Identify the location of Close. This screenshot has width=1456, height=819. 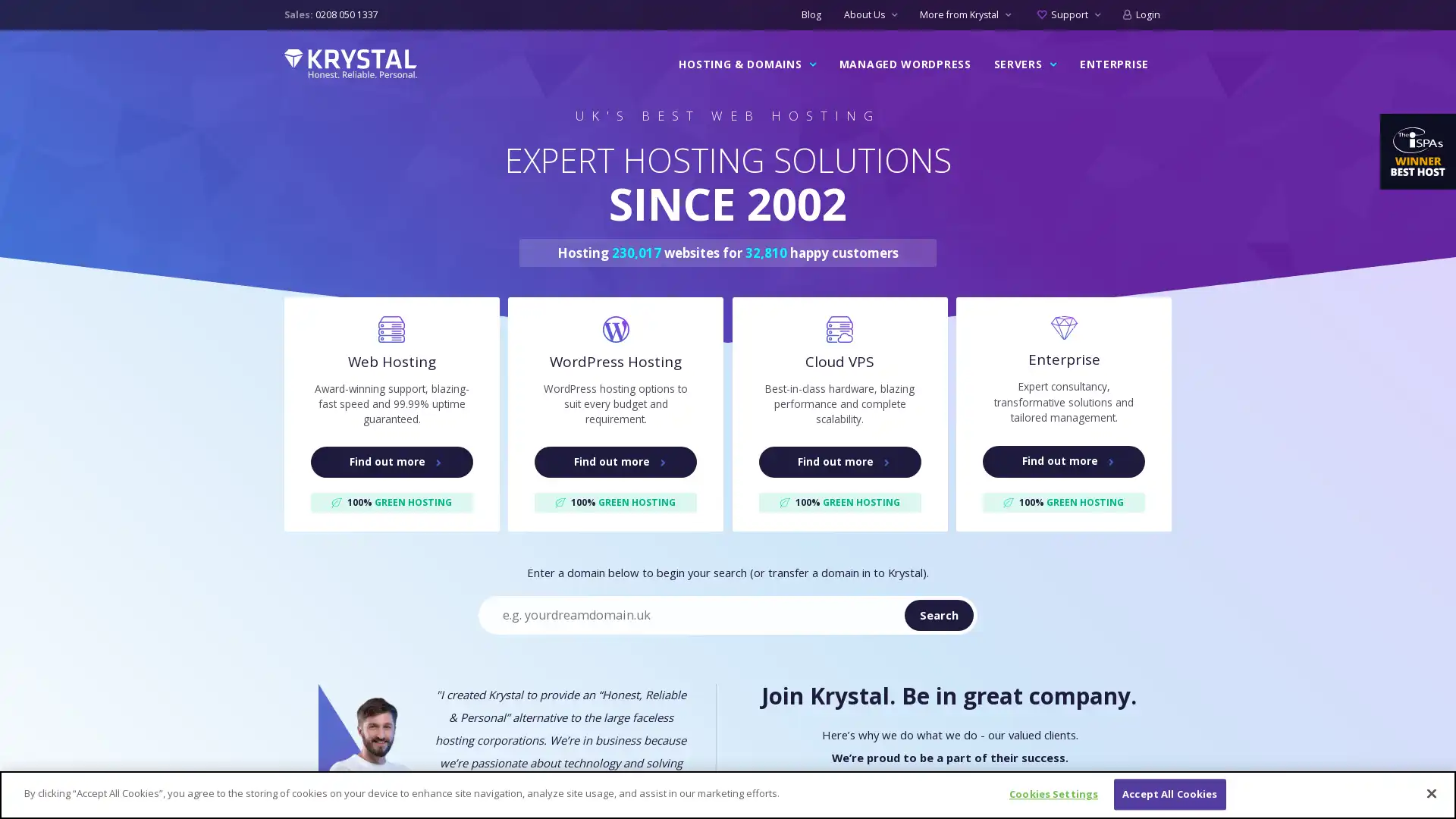
(1430, 792).